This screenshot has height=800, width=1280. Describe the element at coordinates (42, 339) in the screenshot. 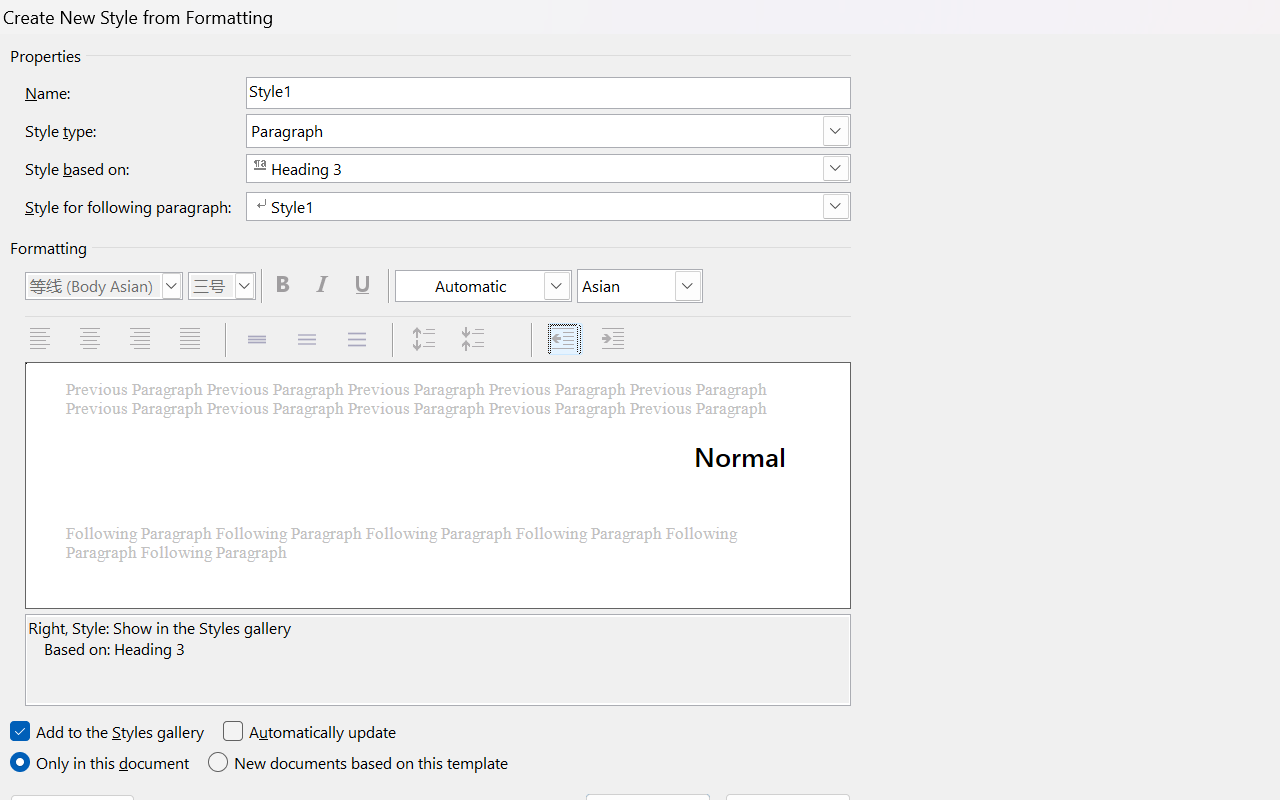

I see `'Align Left'` at that location.